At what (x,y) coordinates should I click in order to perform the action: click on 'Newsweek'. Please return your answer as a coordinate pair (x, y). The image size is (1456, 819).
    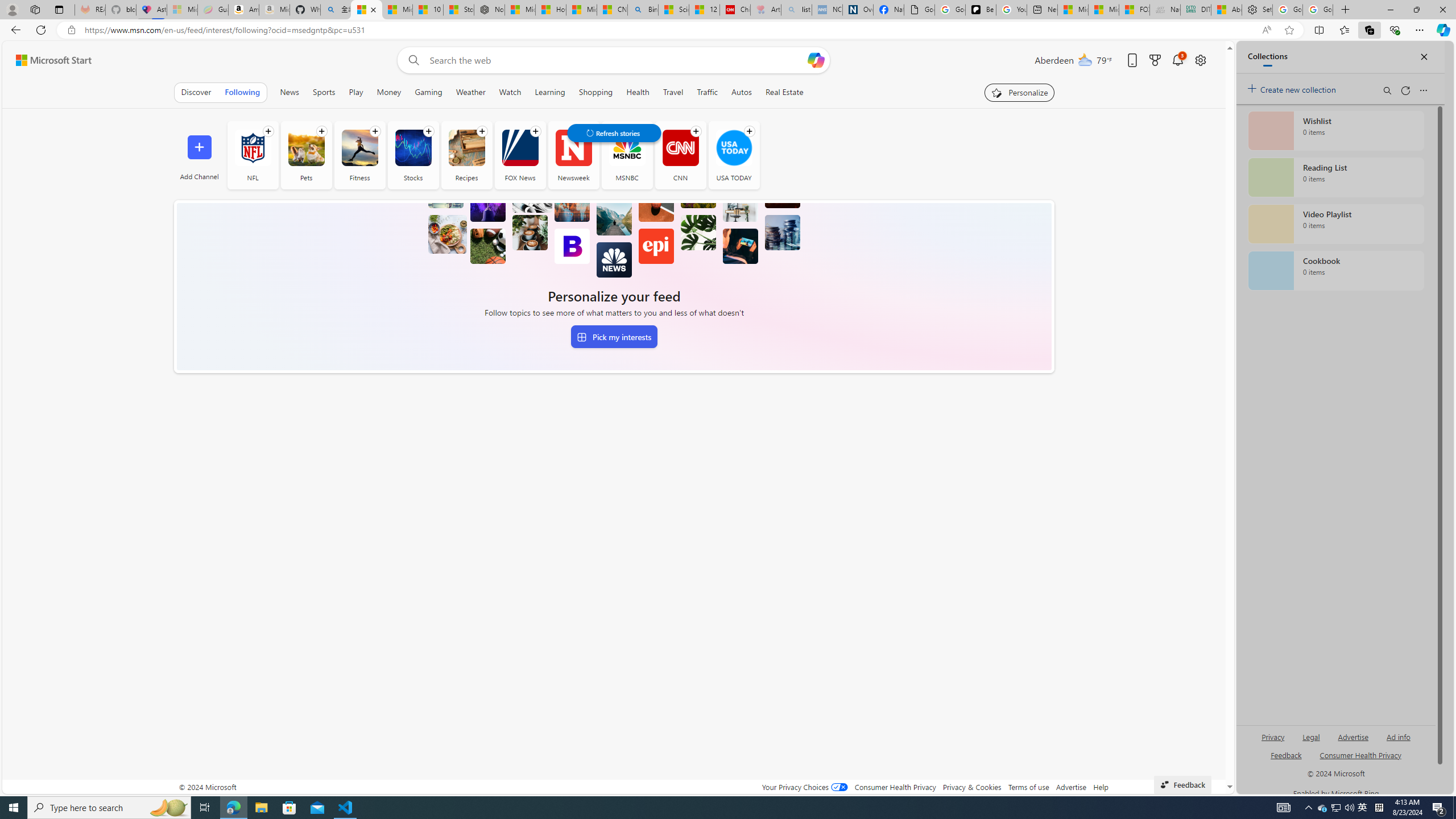
    Looking at the image, I should click on (573, 154).